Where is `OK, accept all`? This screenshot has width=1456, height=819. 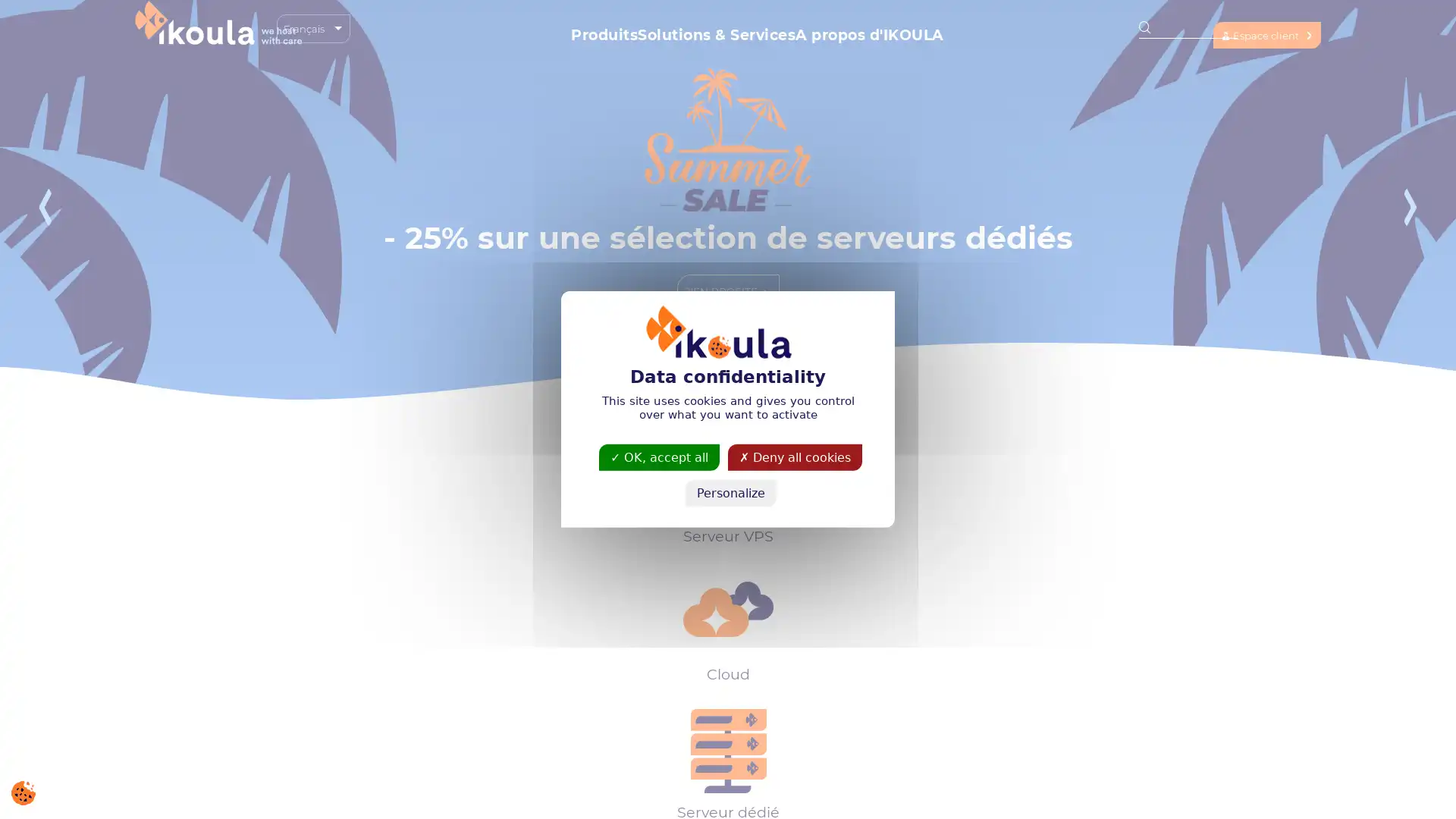
OK, accept all is located at coordinates (659, 456).